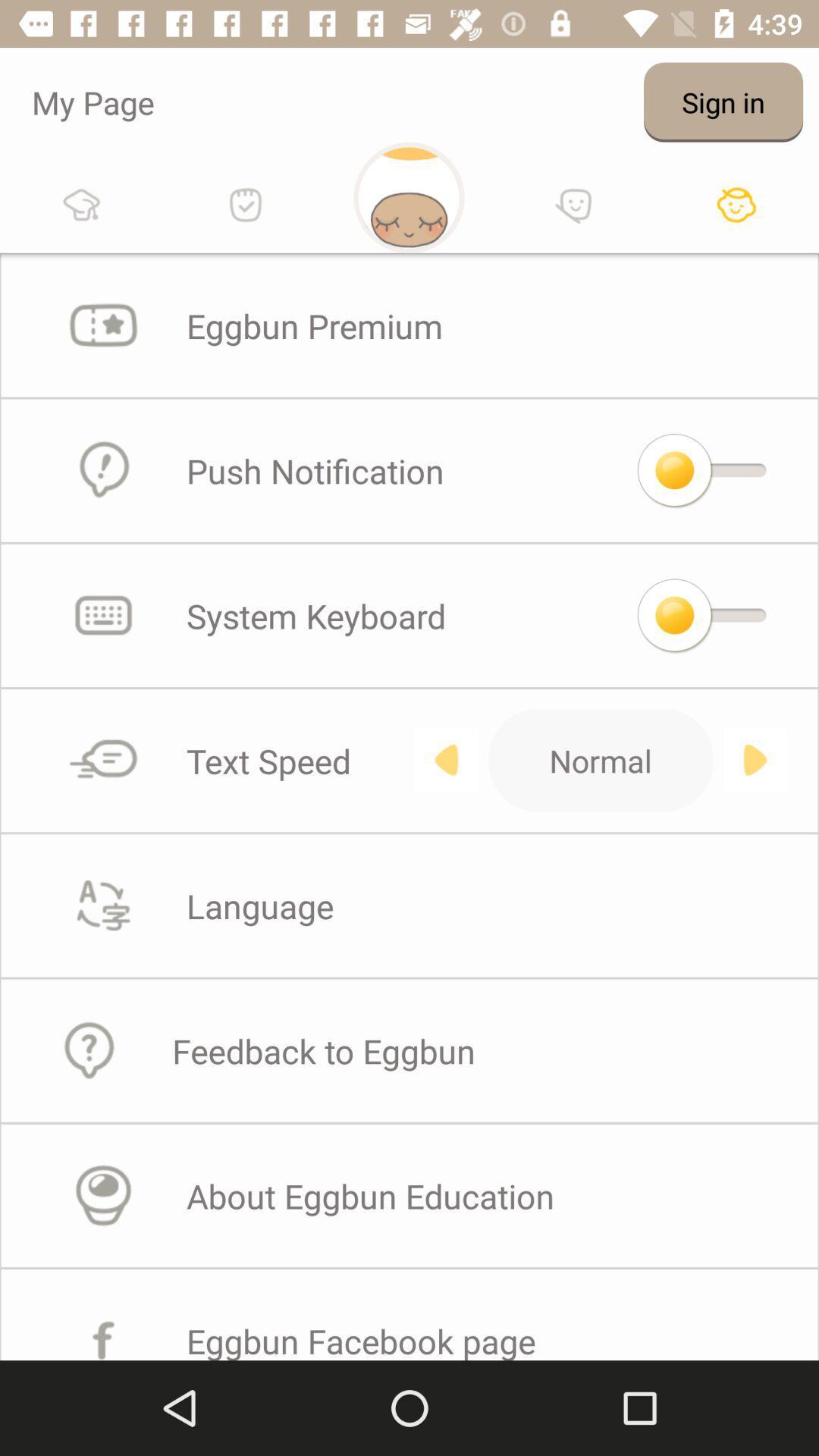 The width and height of the screenshot is (819, 1456). Describe the element at coordinates (755, 760) in the screenshot. I see `the play icon` at that location.